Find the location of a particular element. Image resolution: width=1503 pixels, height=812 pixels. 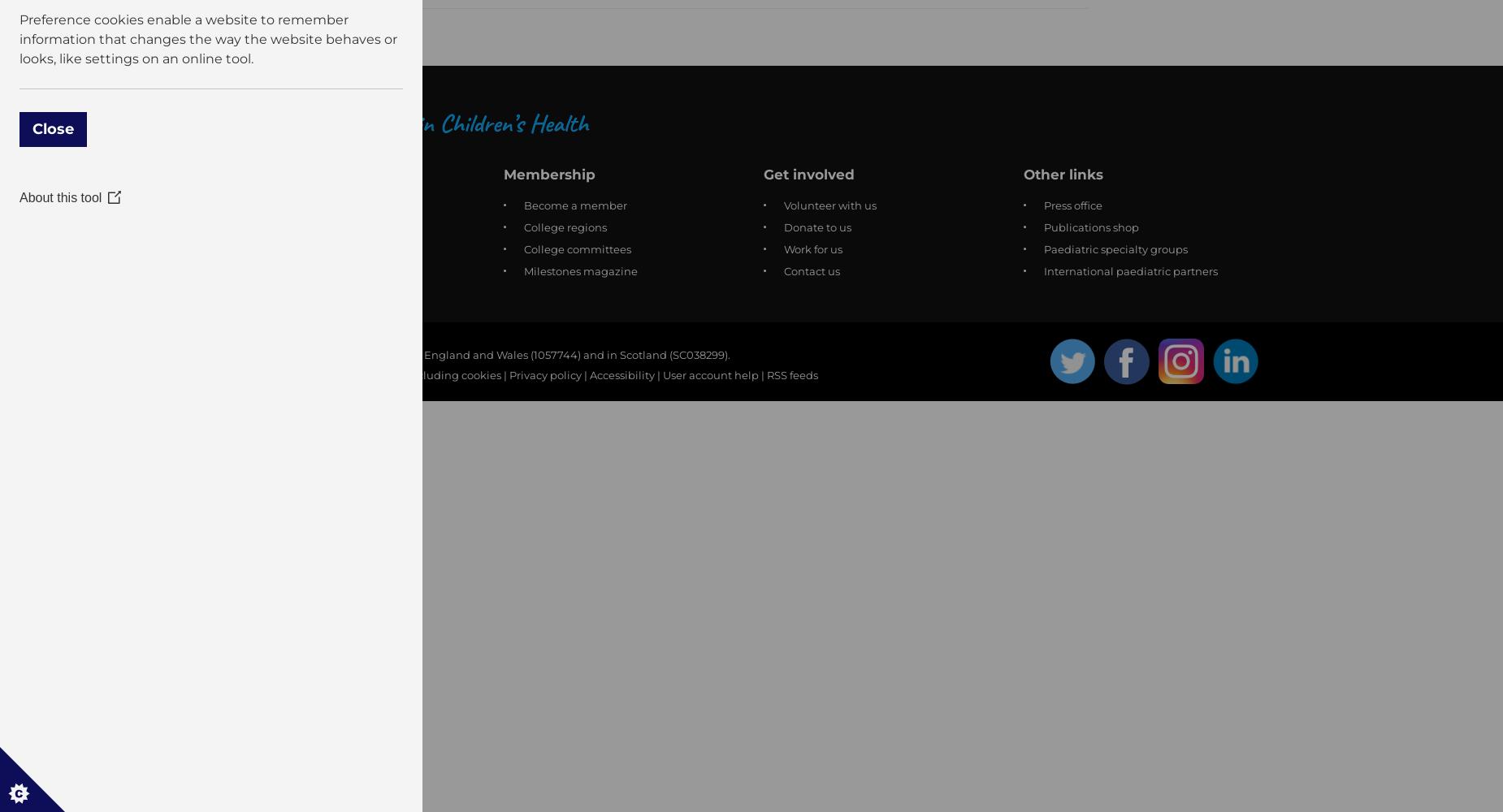

'Milestones magazine' is located at coordinates (581, 270).